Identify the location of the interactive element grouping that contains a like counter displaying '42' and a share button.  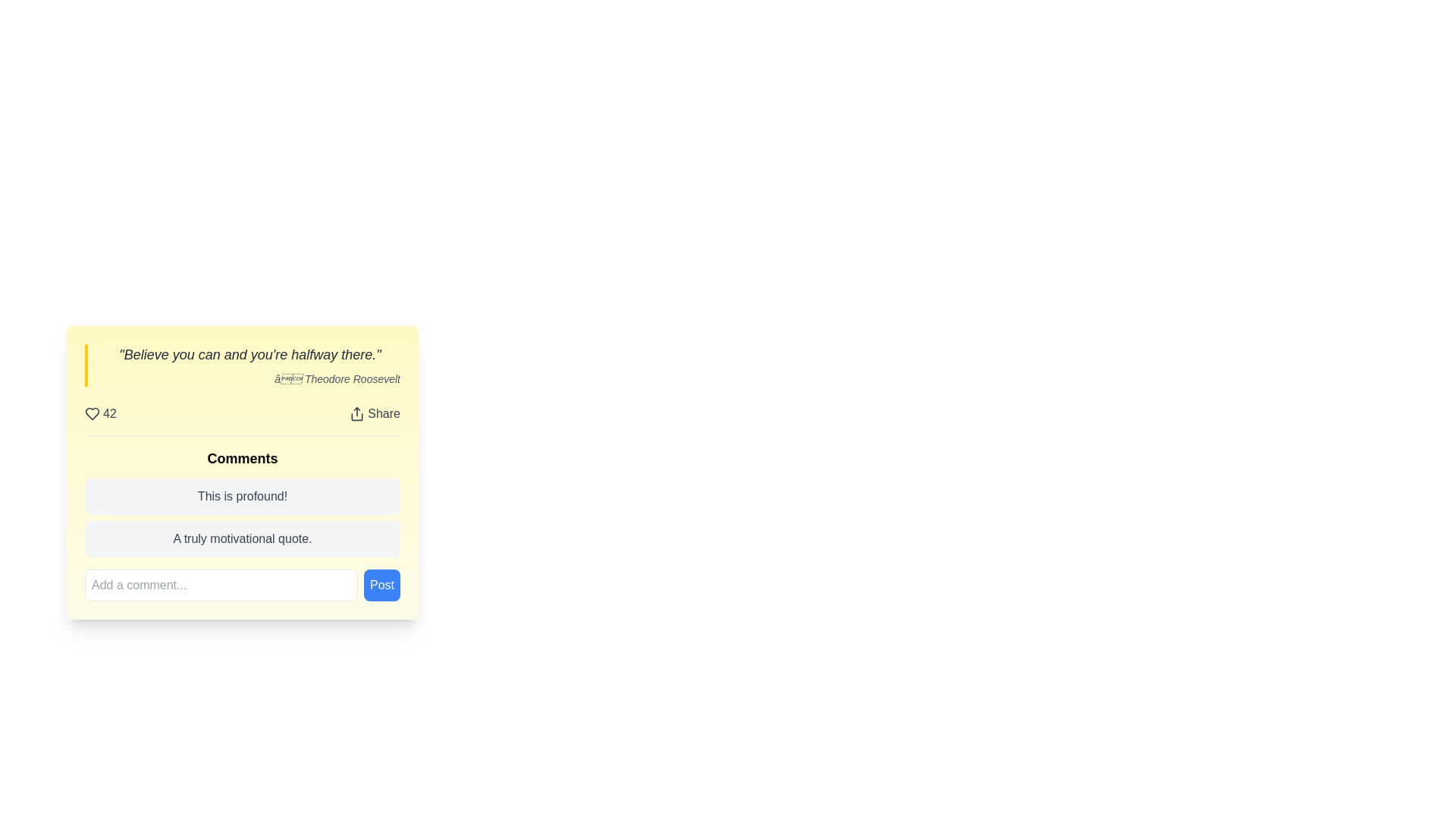
(243, 414).